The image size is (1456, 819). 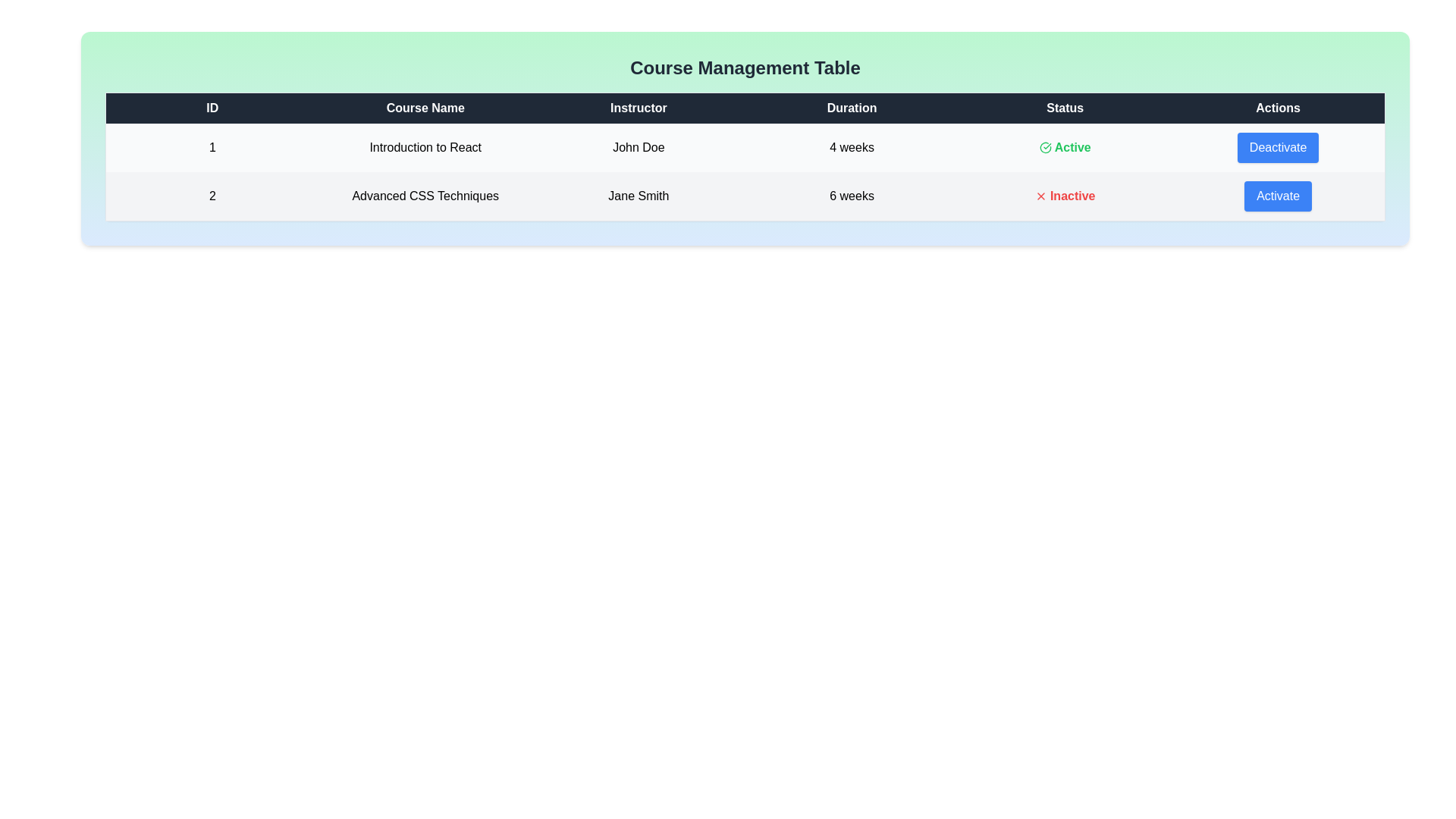 I want to click on the text label displaying the numeral '2' to focus on the corresponding row in the table, so click(x=212, y=196).